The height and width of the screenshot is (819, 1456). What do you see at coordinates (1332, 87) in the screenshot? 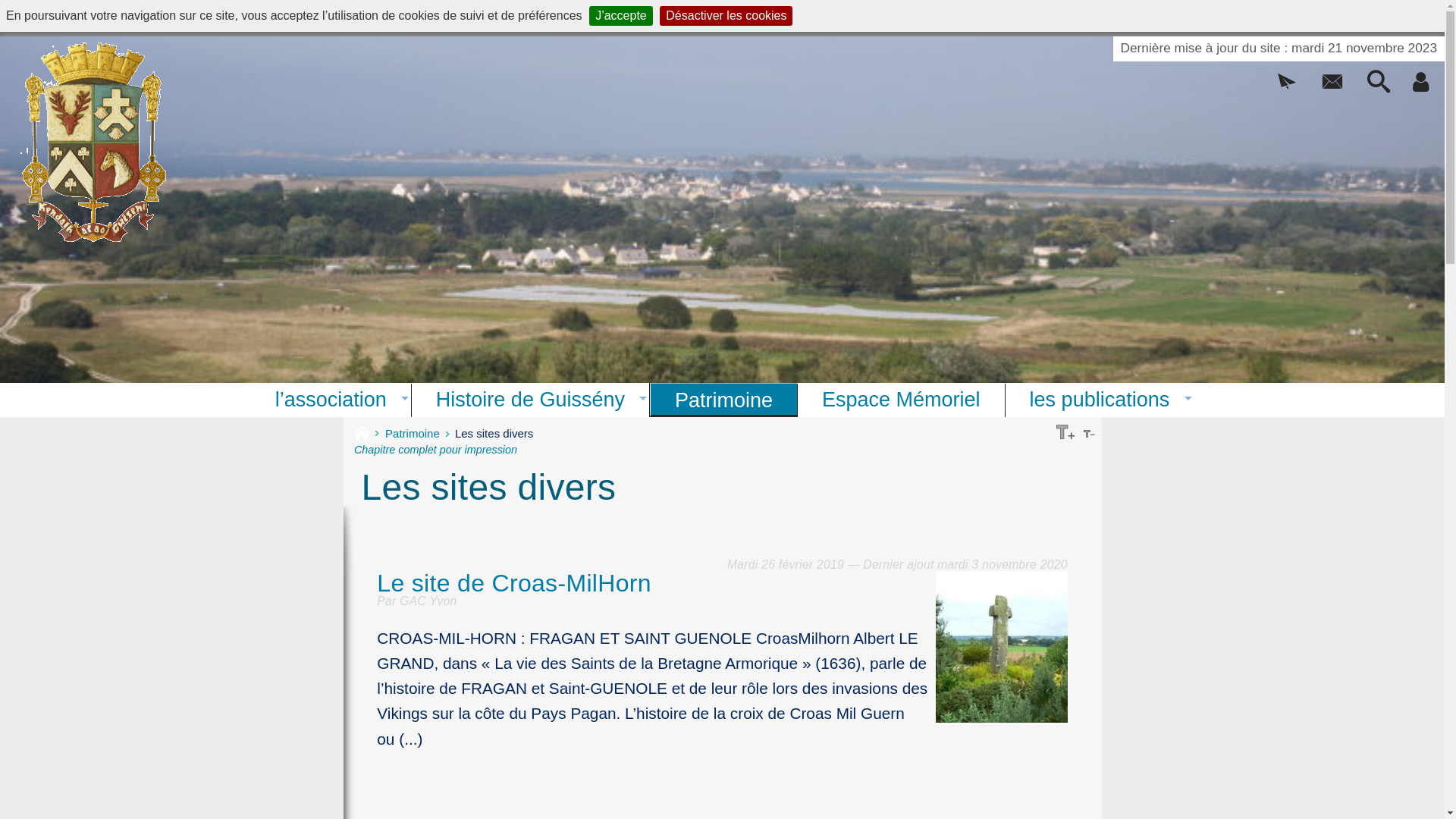
I see `'Contact'` at bounding box center [1332, 87].